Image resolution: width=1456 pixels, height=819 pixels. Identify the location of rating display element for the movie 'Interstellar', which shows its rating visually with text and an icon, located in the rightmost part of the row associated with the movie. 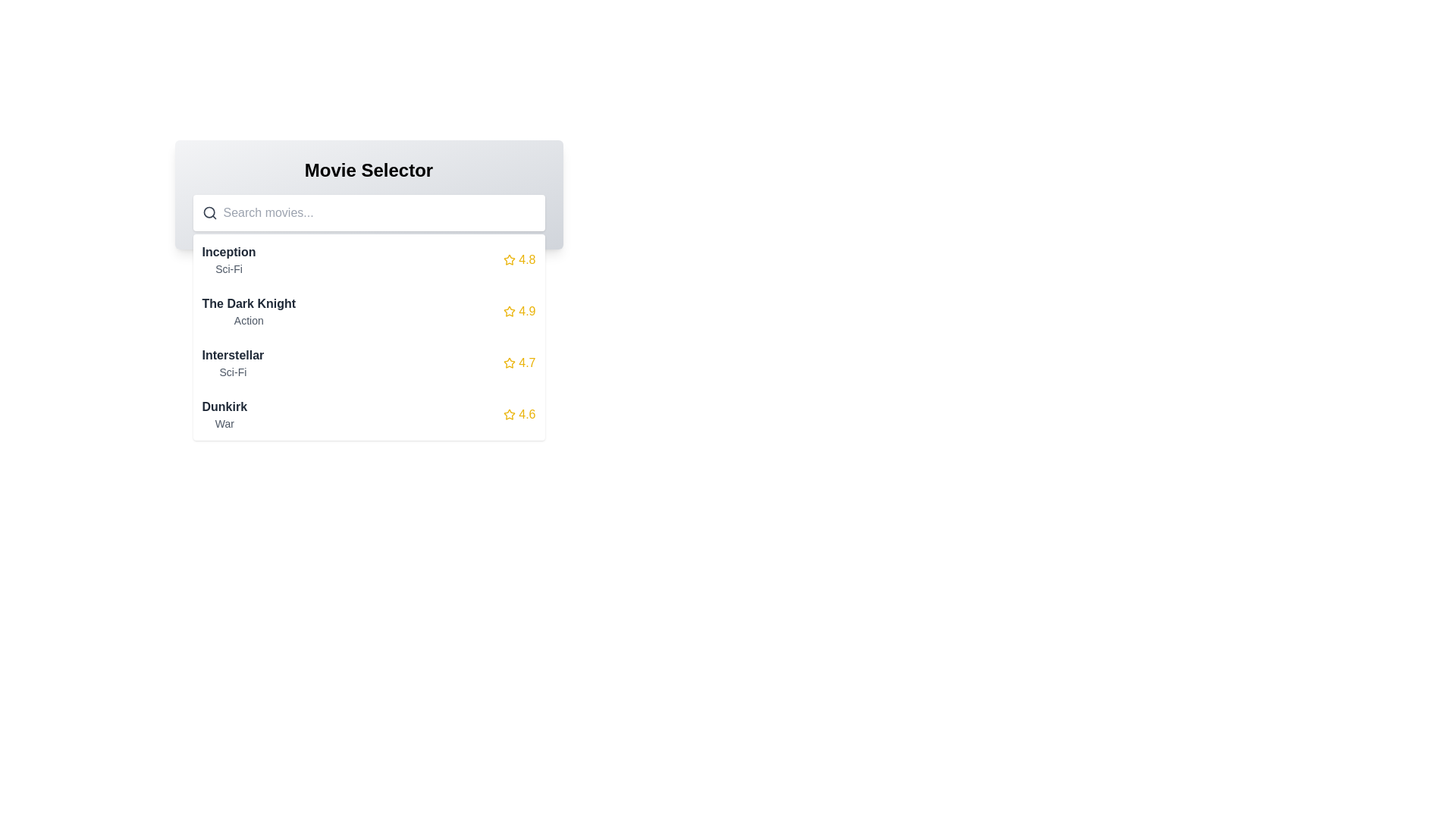
(519, 362).